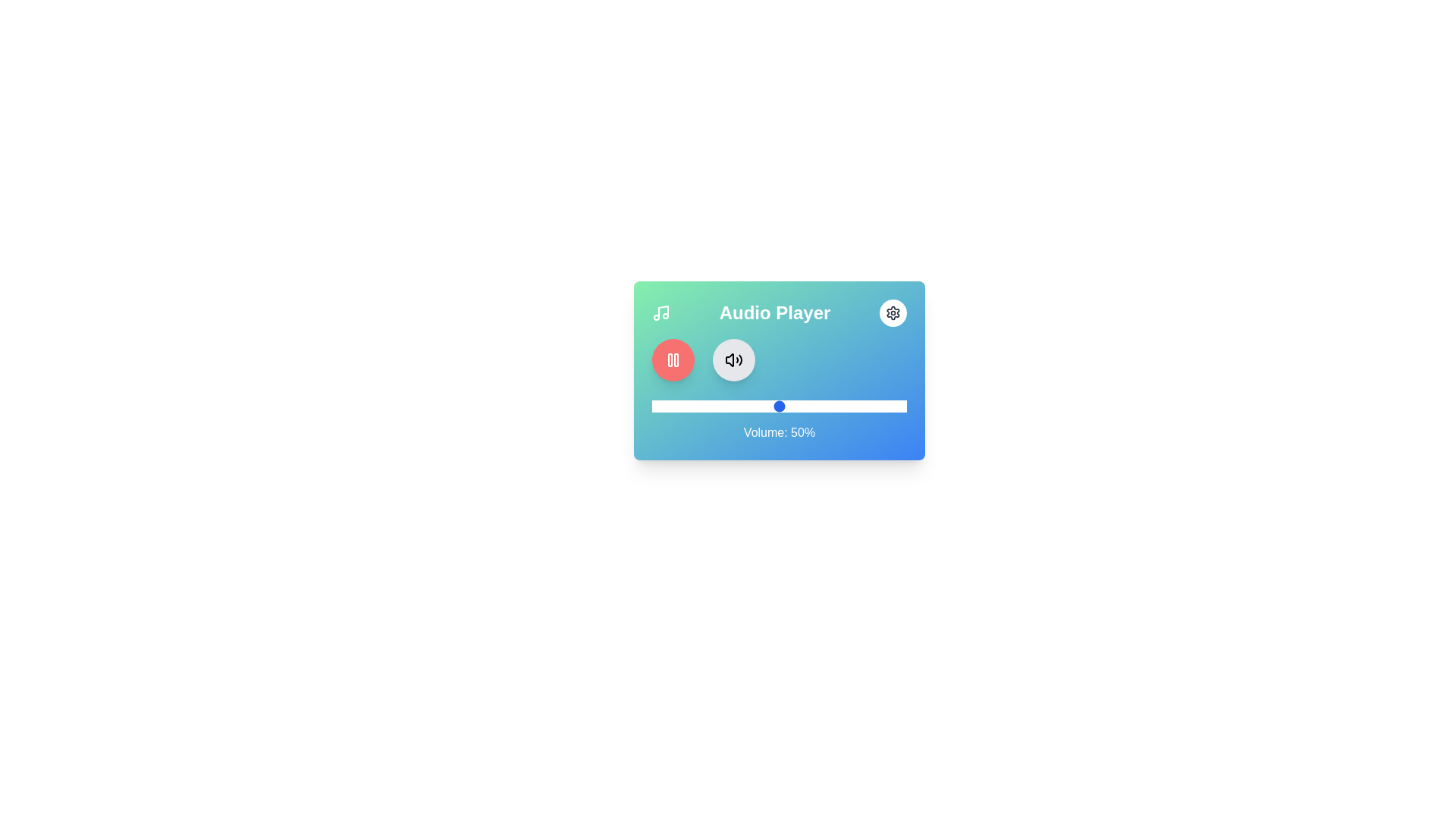 Image resolution: width=1456 pixels, height=819 pixels. What do you see at coordinates (893, 312) in the screenshot?
I see `the circular button with a gear-shaped icon located at the top-right corner of the 'Audio Player' component` at bounding box center [893, 312].